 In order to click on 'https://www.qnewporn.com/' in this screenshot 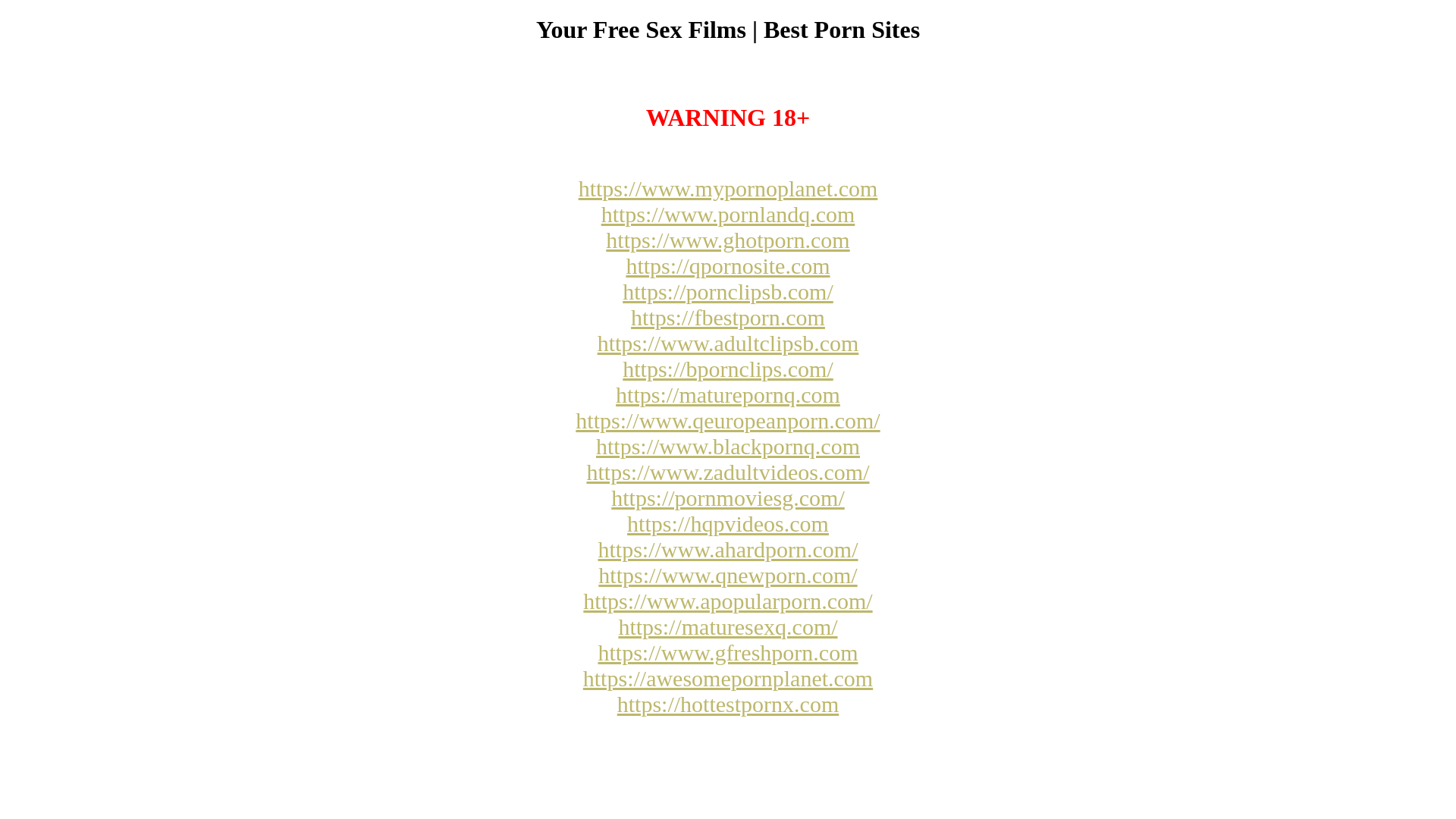, I will do `click(726, 575)`.